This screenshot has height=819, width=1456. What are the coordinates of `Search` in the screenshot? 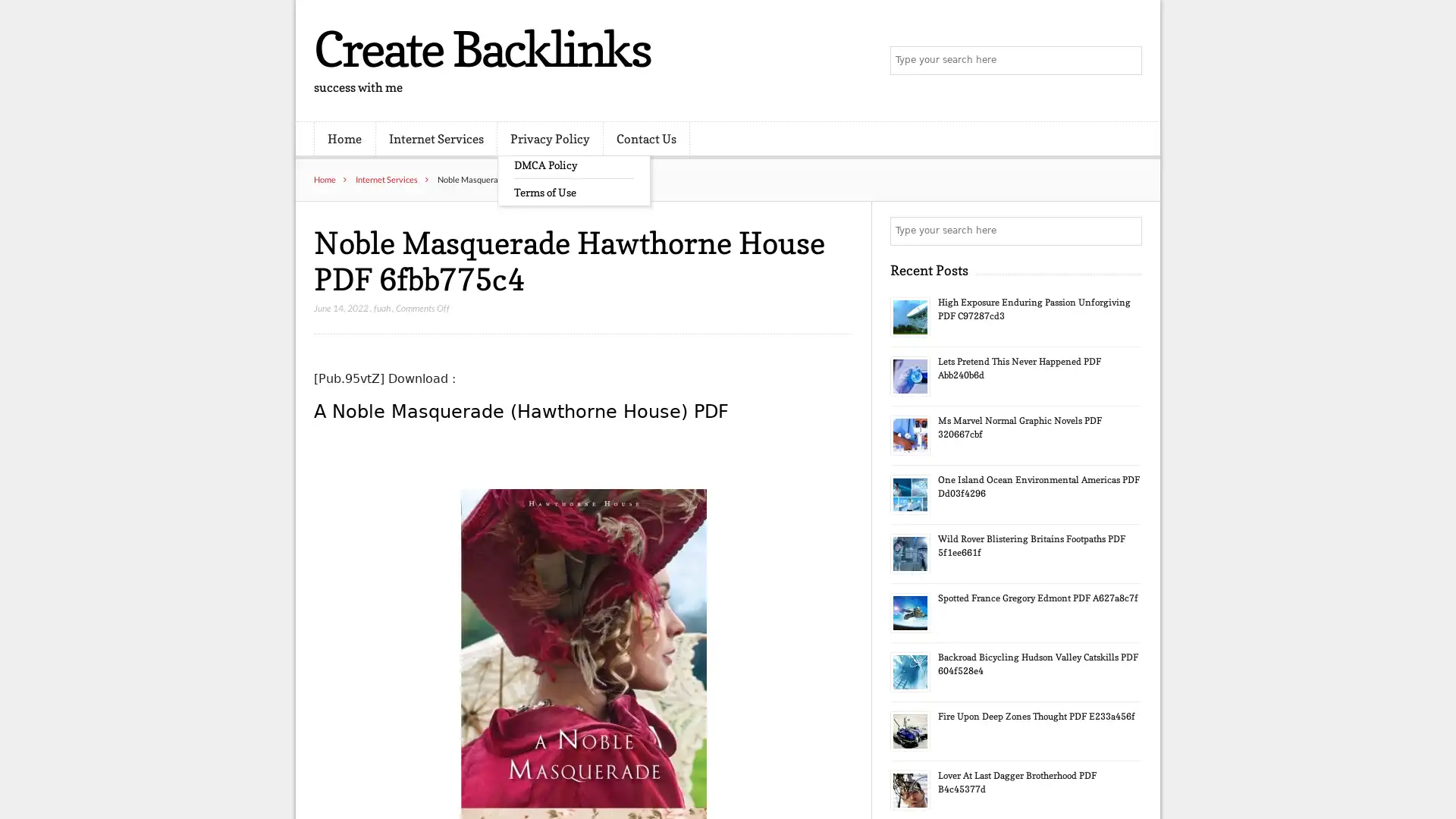 It's located at (1126, 231).